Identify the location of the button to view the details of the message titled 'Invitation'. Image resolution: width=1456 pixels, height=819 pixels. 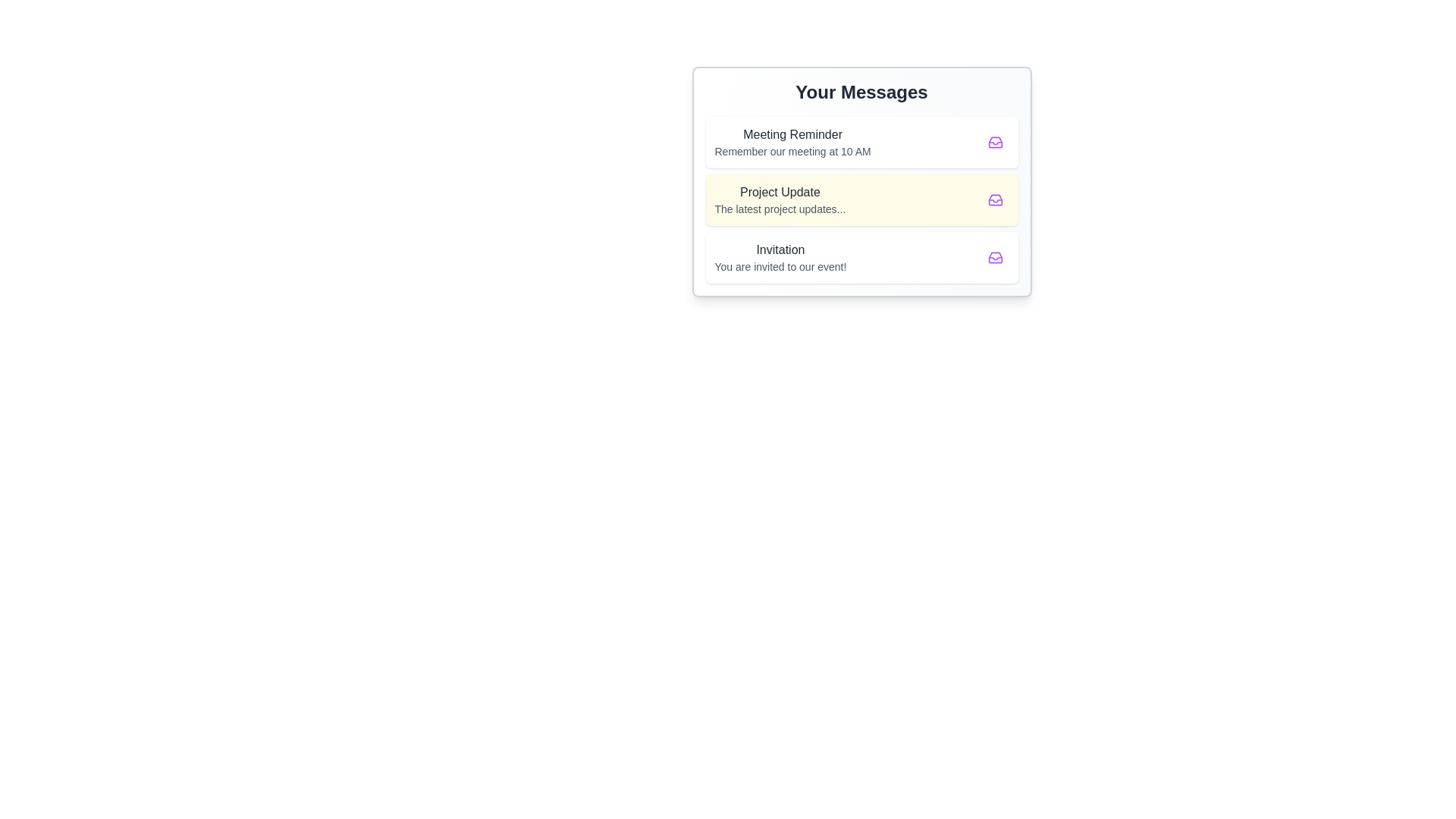
(995, 256).